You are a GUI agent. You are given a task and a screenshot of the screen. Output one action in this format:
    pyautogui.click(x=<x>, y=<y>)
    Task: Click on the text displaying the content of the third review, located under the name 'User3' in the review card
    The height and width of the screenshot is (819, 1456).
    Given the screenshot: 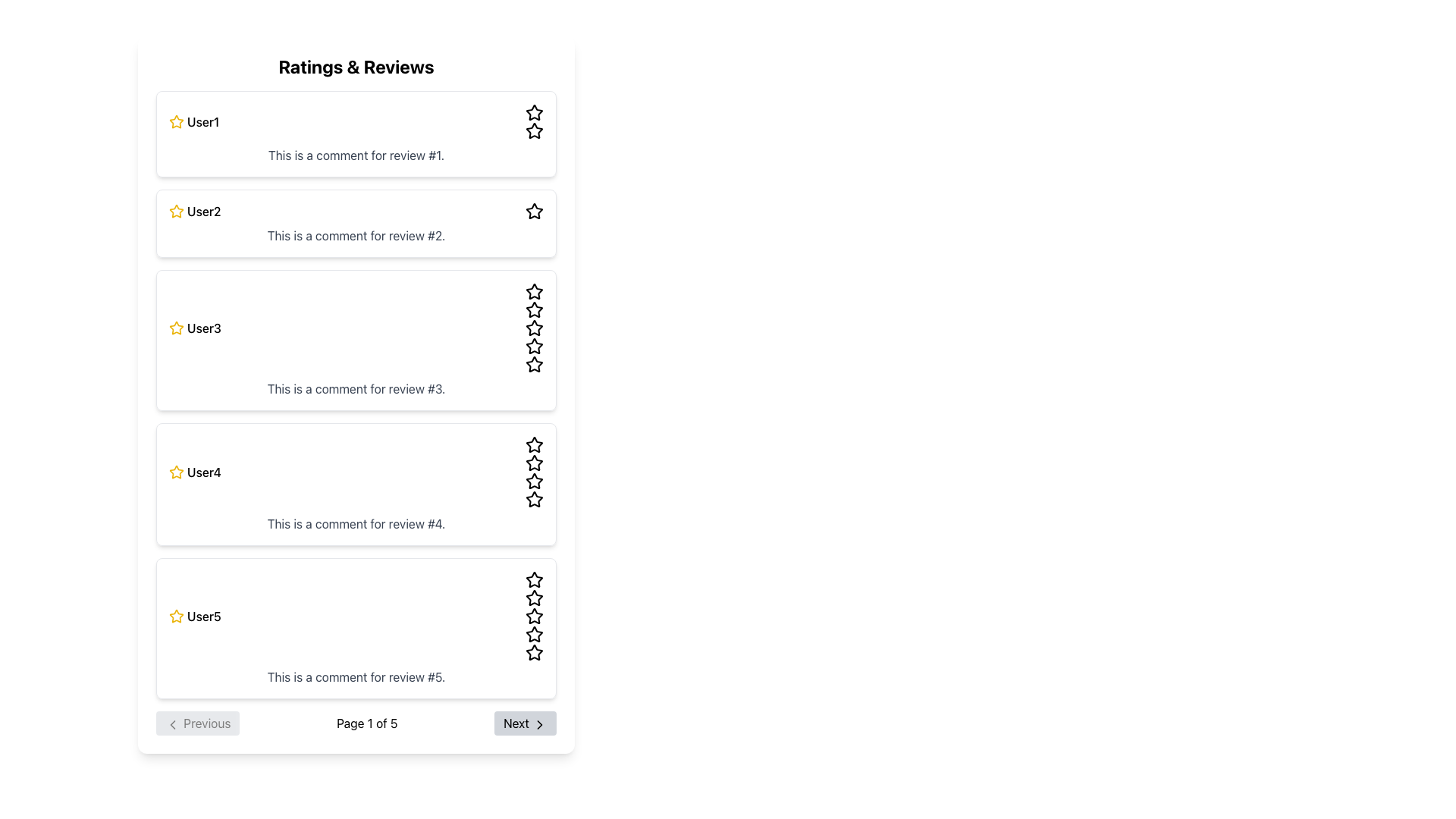 What is the action you would take?
    pyautogui.click(x=356, y=388)
    